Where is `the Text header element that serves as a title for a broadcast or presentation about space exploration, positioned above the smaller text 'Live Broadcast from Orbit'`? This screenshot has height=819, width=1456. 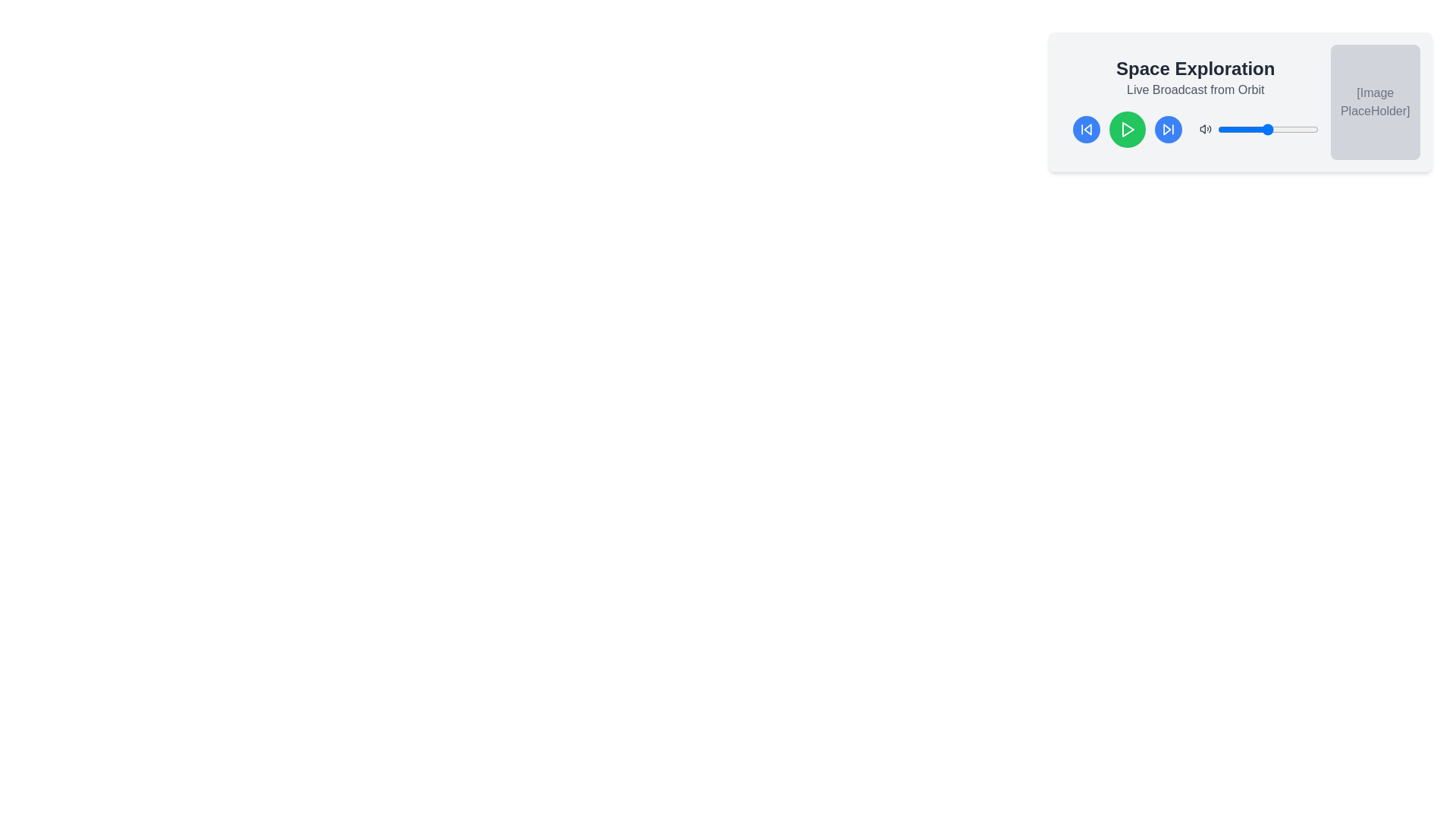 the Text header element that serves as a title for a broadcast or presentation about space exploration, positioned above the smaller text 'Live Broadcast from Orbit' is located at coordinates (1194, 69).